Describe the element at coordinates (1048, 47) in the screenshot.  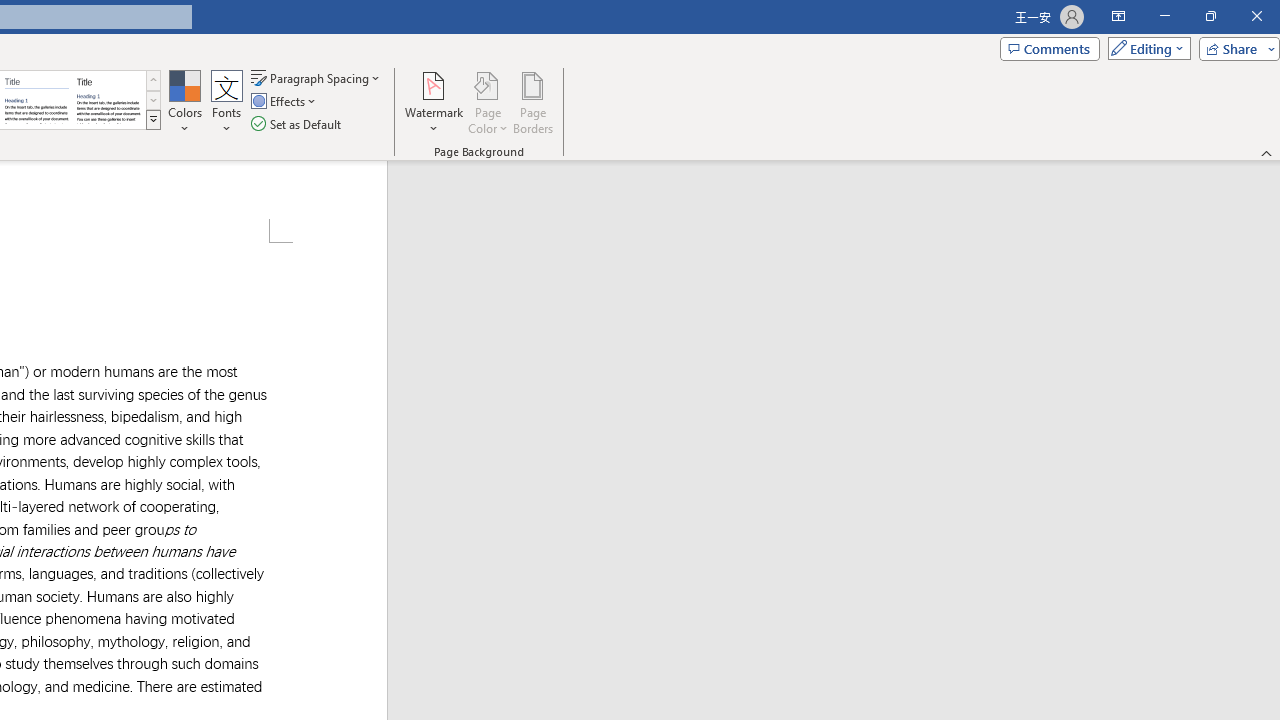
I see `'Comments'` at that location.